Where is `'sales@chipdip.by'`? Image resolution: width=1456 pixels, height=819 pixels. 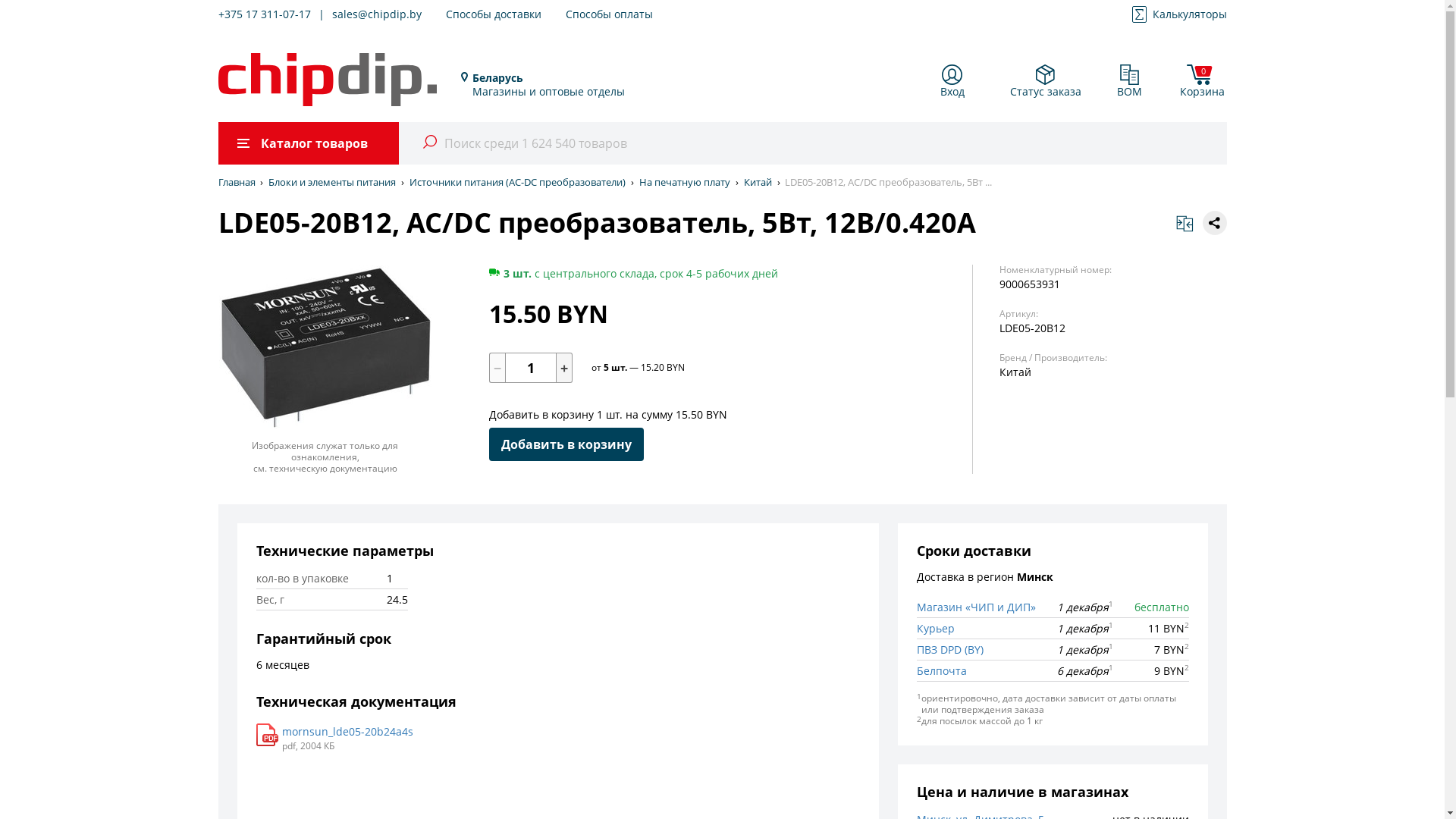
'sales@chipdip.by' is located at coordinates (377, 14).